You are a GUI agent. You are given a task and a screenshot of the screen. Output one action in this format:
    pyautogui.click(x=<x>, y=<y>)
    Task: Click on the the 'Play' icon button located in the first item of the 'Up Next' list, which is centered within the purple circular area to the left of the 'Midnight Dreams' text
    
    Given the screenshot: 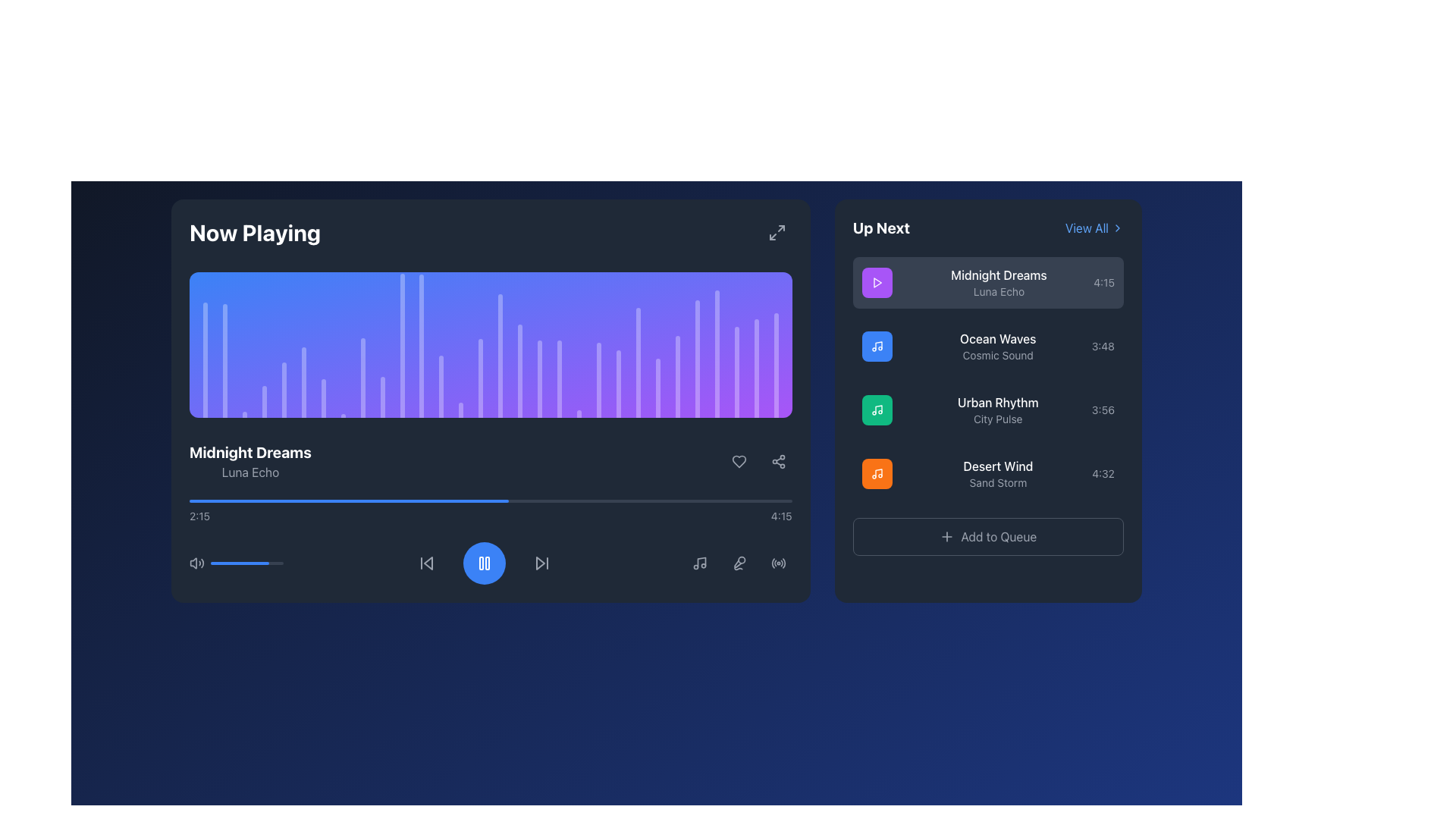 What is the action you would take?
    pyautogui.click(x=877, y=283)
    